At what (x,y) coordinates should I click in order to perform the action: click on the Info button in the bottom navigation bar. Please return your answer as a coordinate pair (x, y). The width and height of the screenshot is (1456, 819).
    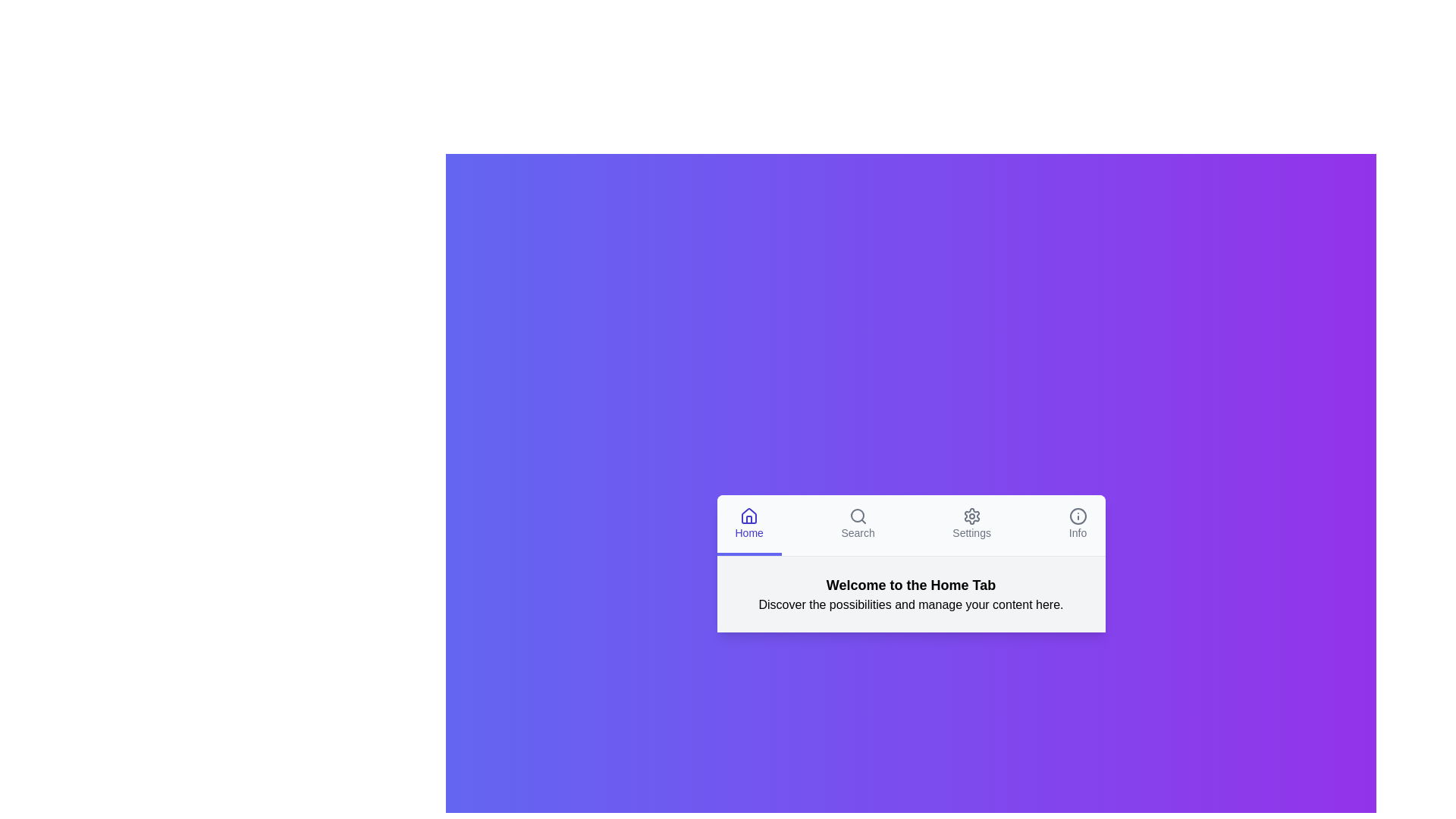
    Looking at the image, I should click on (1077, 524).